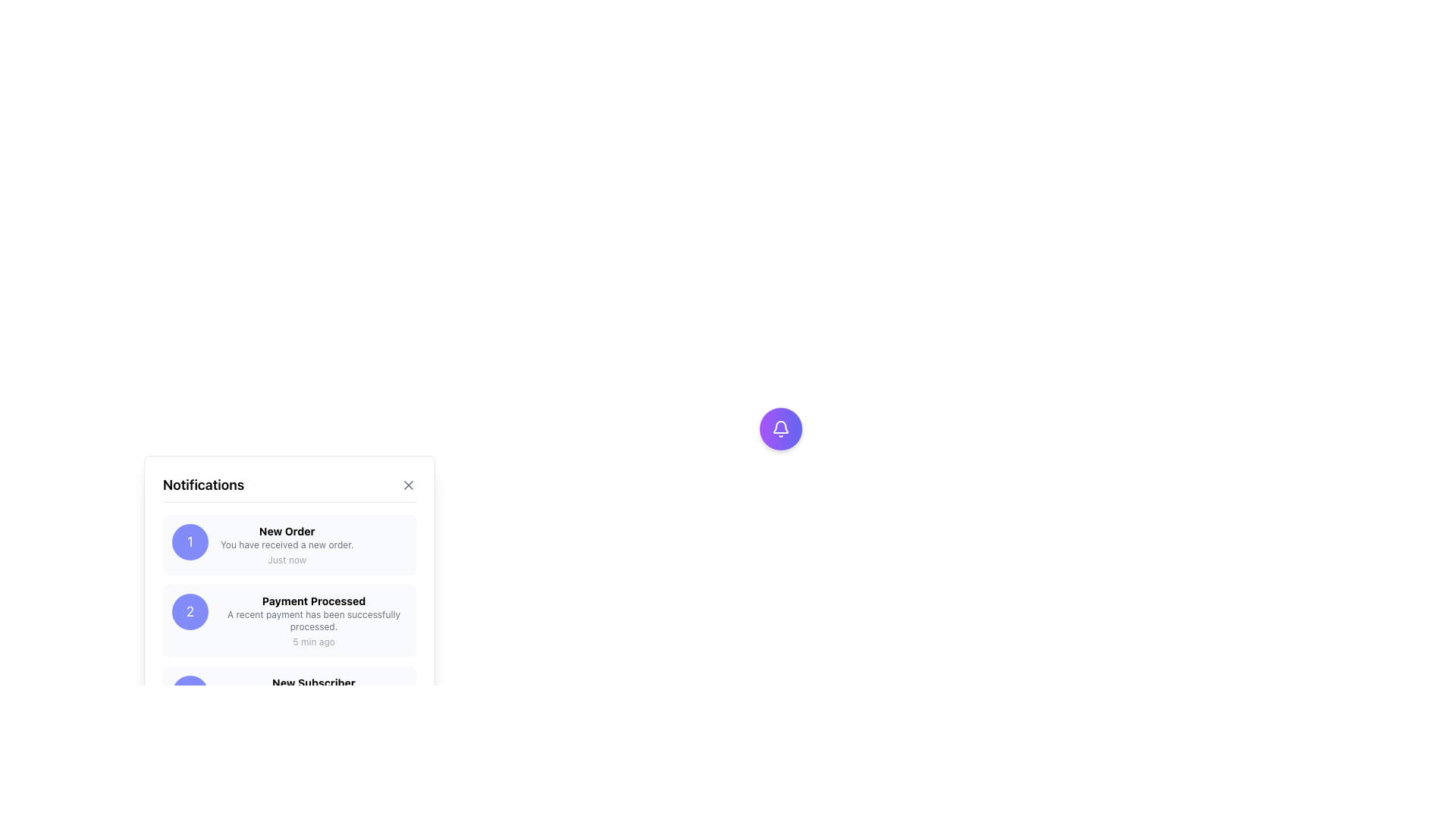 Image resolution: width=1456 pixels, height=819 pixels. What do you see at coordinates (189, 693) in the screenshot?
I see `the circular avatar or badge with a purple background and the number '3' in white text, located in the left section of the new subscriber notification card` at bounding box center [189, 693].